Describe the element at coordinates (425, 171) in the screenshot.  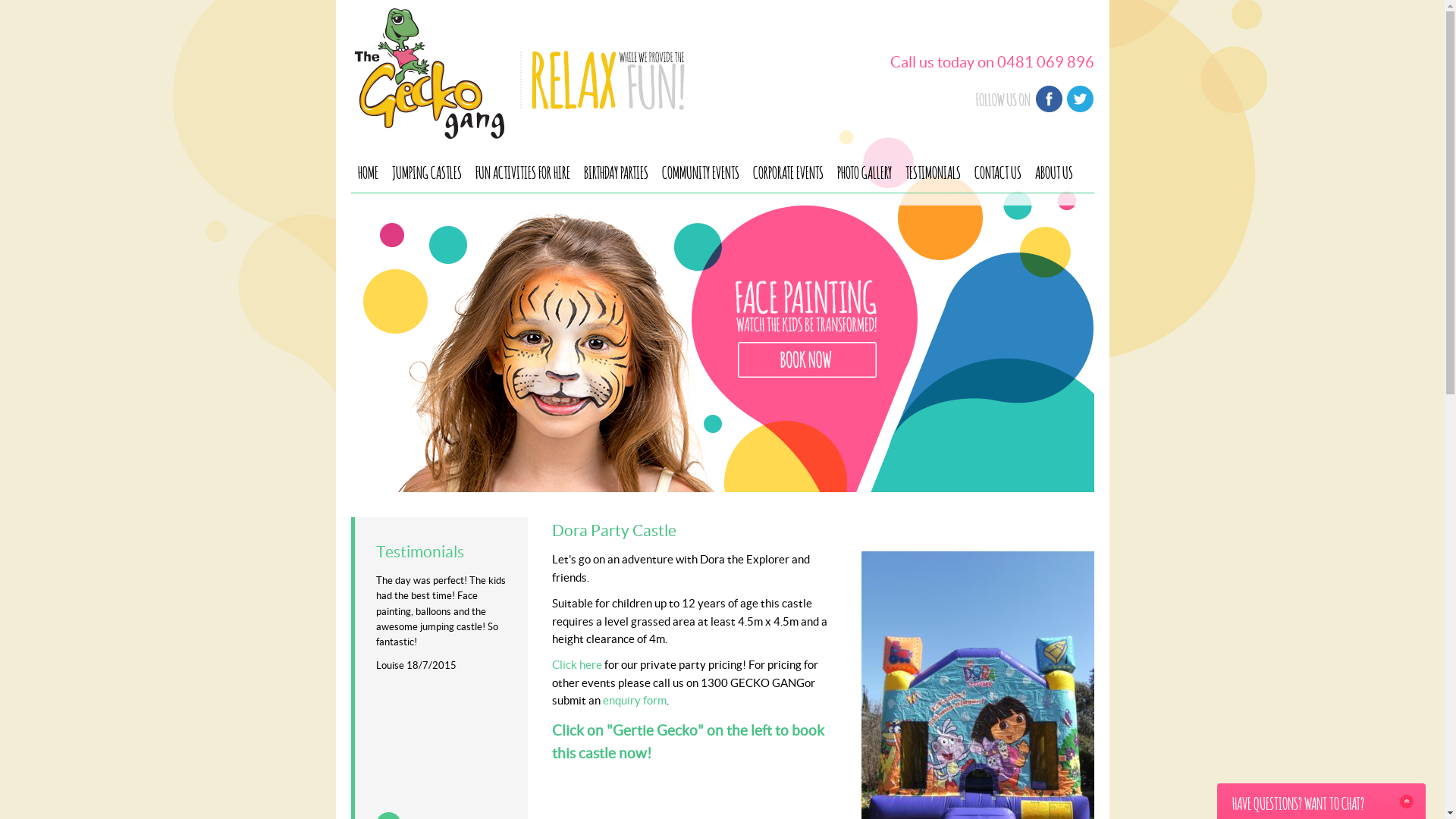
I see `'JUMPING CASTLES'` at that location.